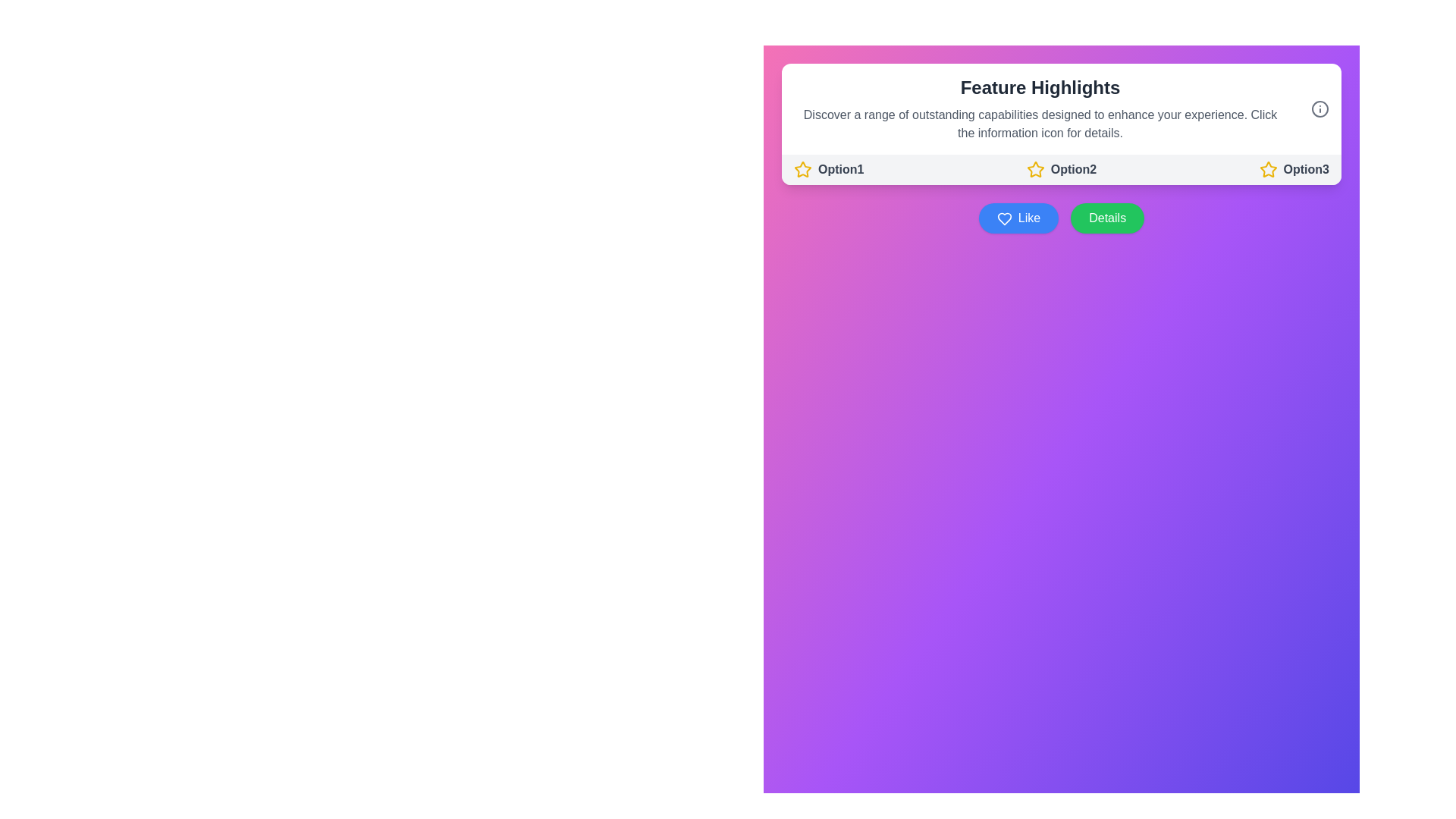  I want to click on the 'Like' button, which is a rectangular button with a blue background and white text, featuring a heart icon on the left, located to the left of the 'Details' button in the 'Feature Highlights' section, so click(1018, 218).